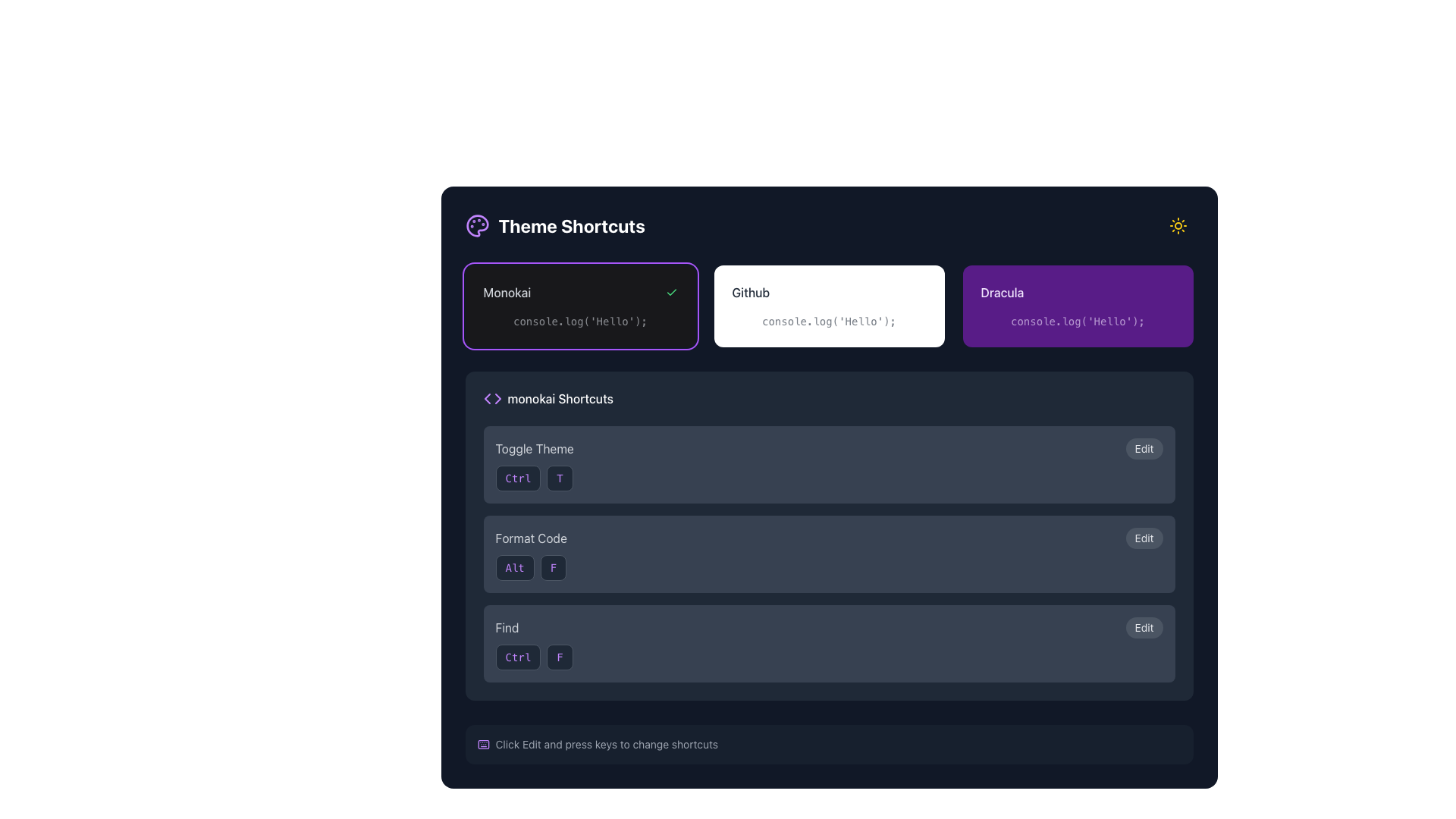  I want to click on the 'Format Code' shortcut configuration panel for keyboard navigation, so click(828, 554).